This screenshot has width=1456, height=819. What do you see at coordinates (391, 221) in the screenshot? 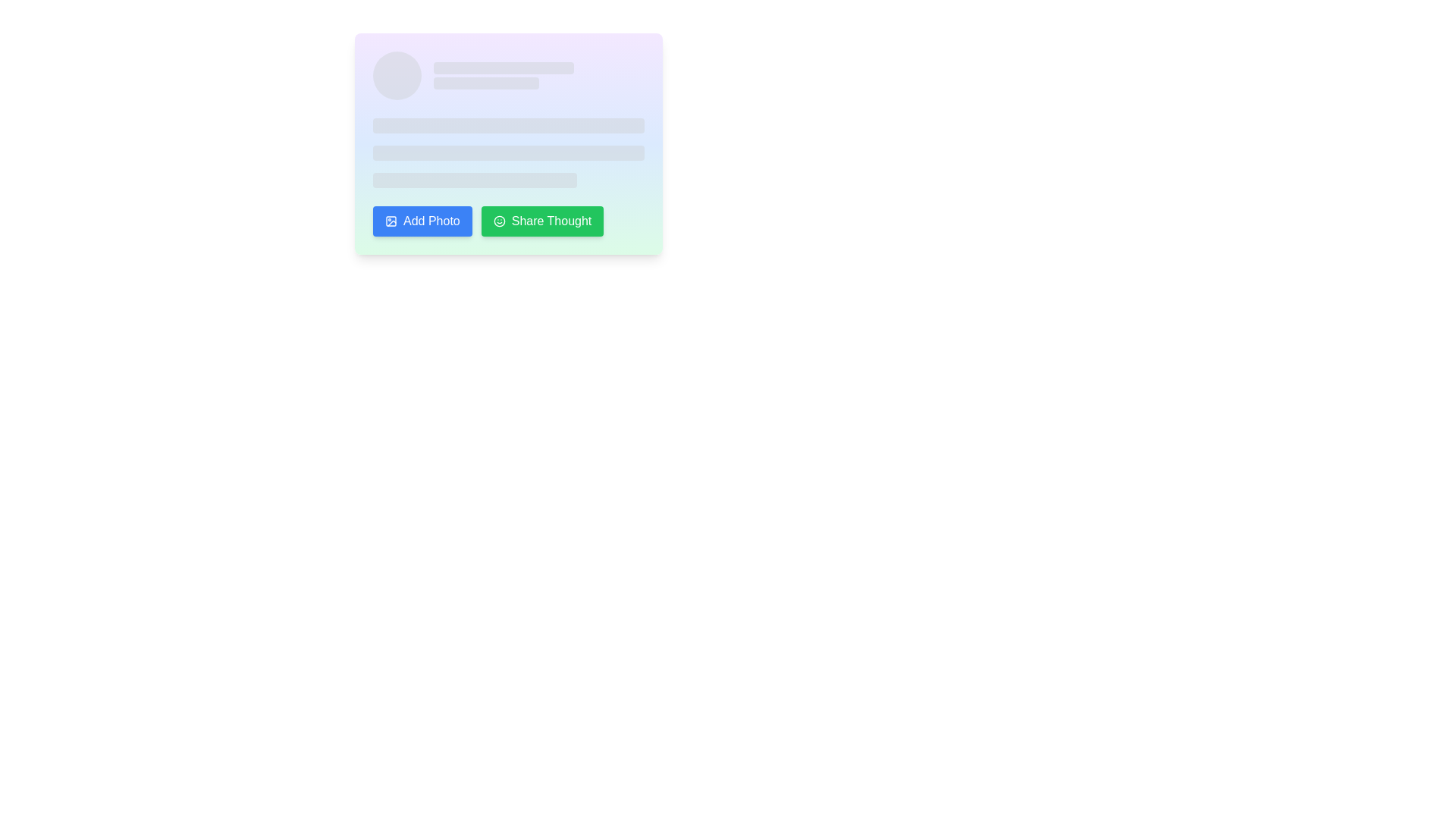
I see `the 'Add Photo' icon located at the top-left corner of the 'Add Photo' button, adjacent to the text 'Add Photo'` at bounding box center [391, 221].